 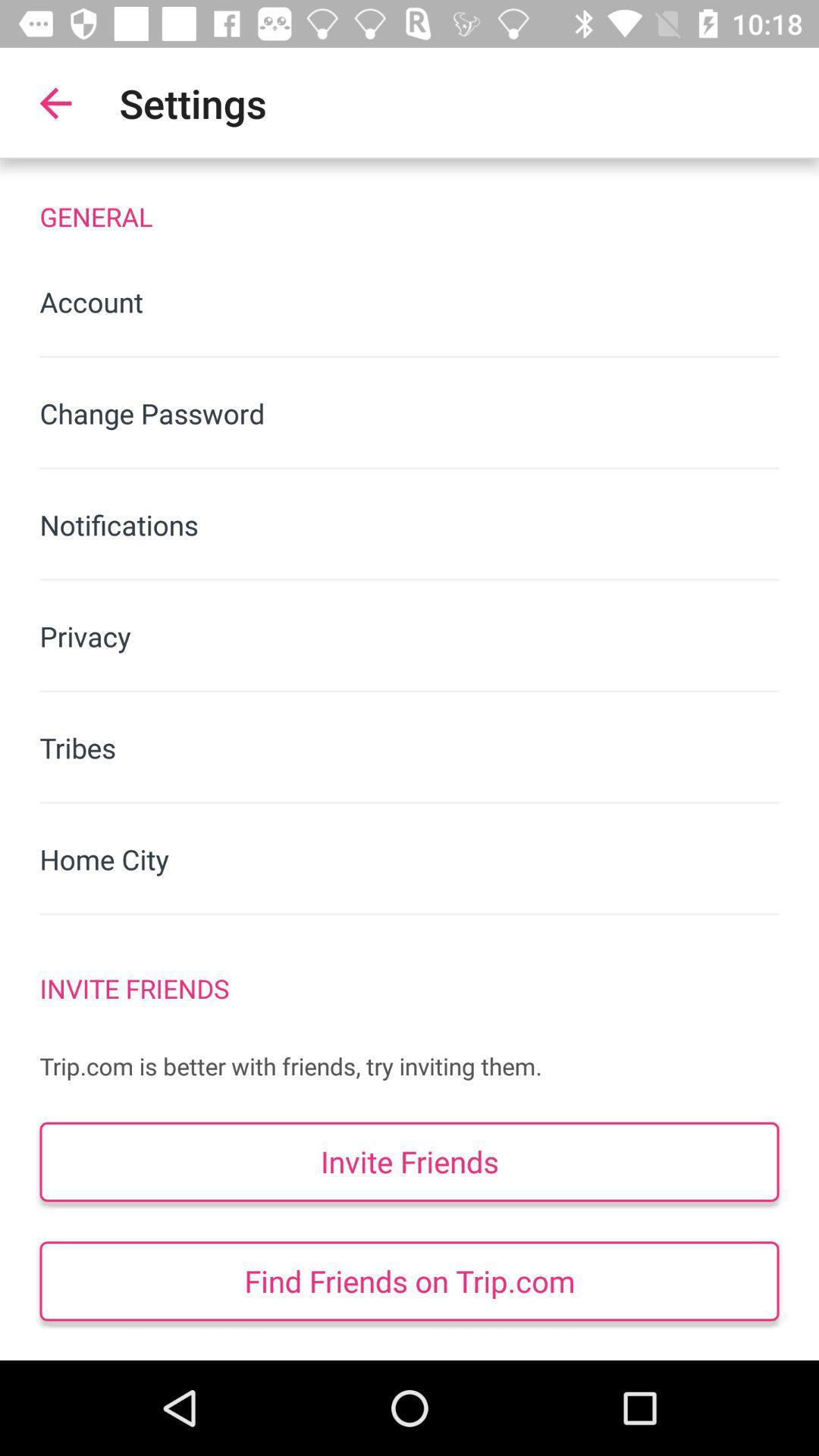 I want to click on the account icon, so click(x=409, y=302).